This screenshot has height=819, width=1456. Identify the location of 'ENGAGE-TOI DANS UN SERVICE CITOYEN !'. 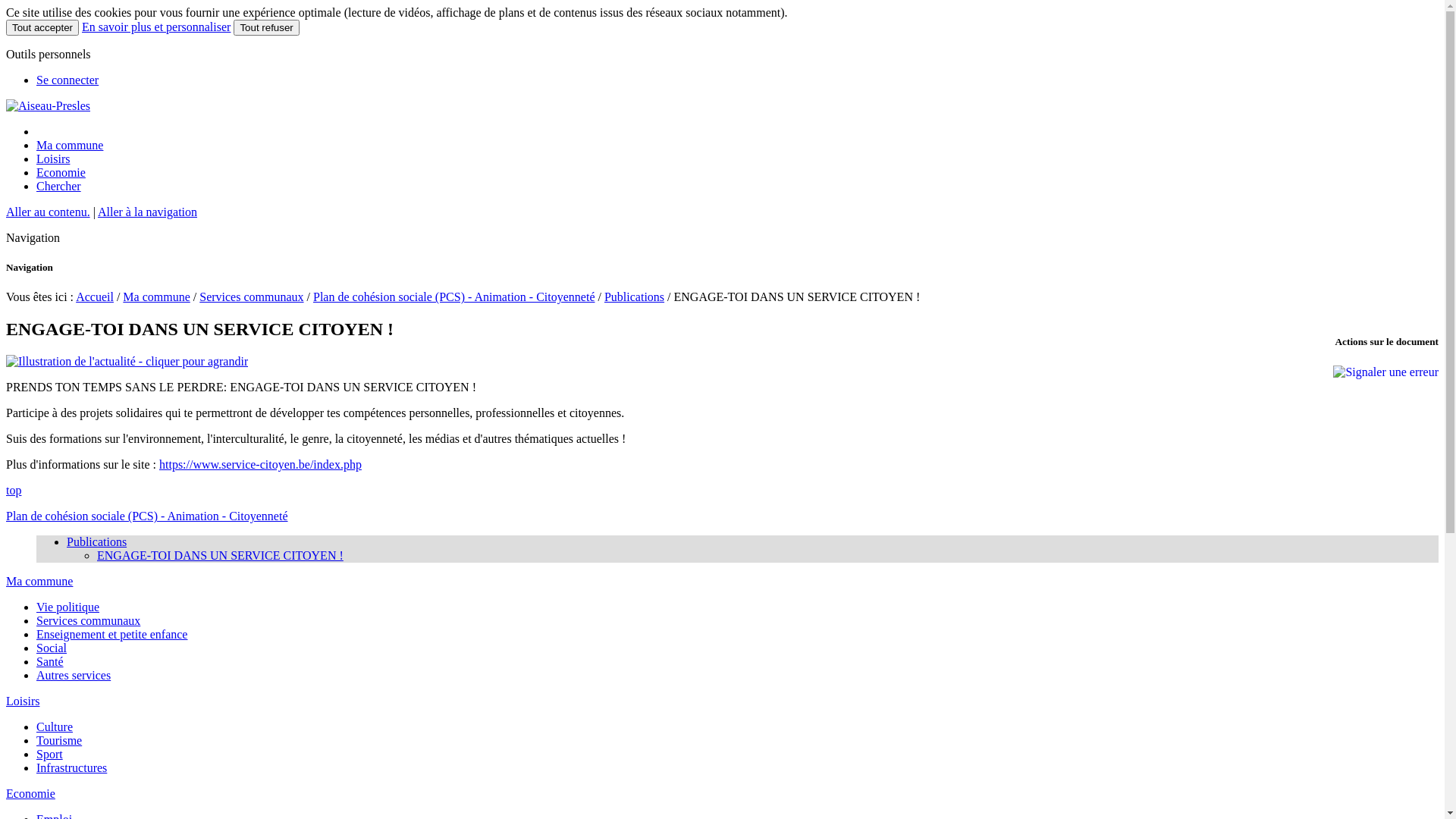
(219, 555).